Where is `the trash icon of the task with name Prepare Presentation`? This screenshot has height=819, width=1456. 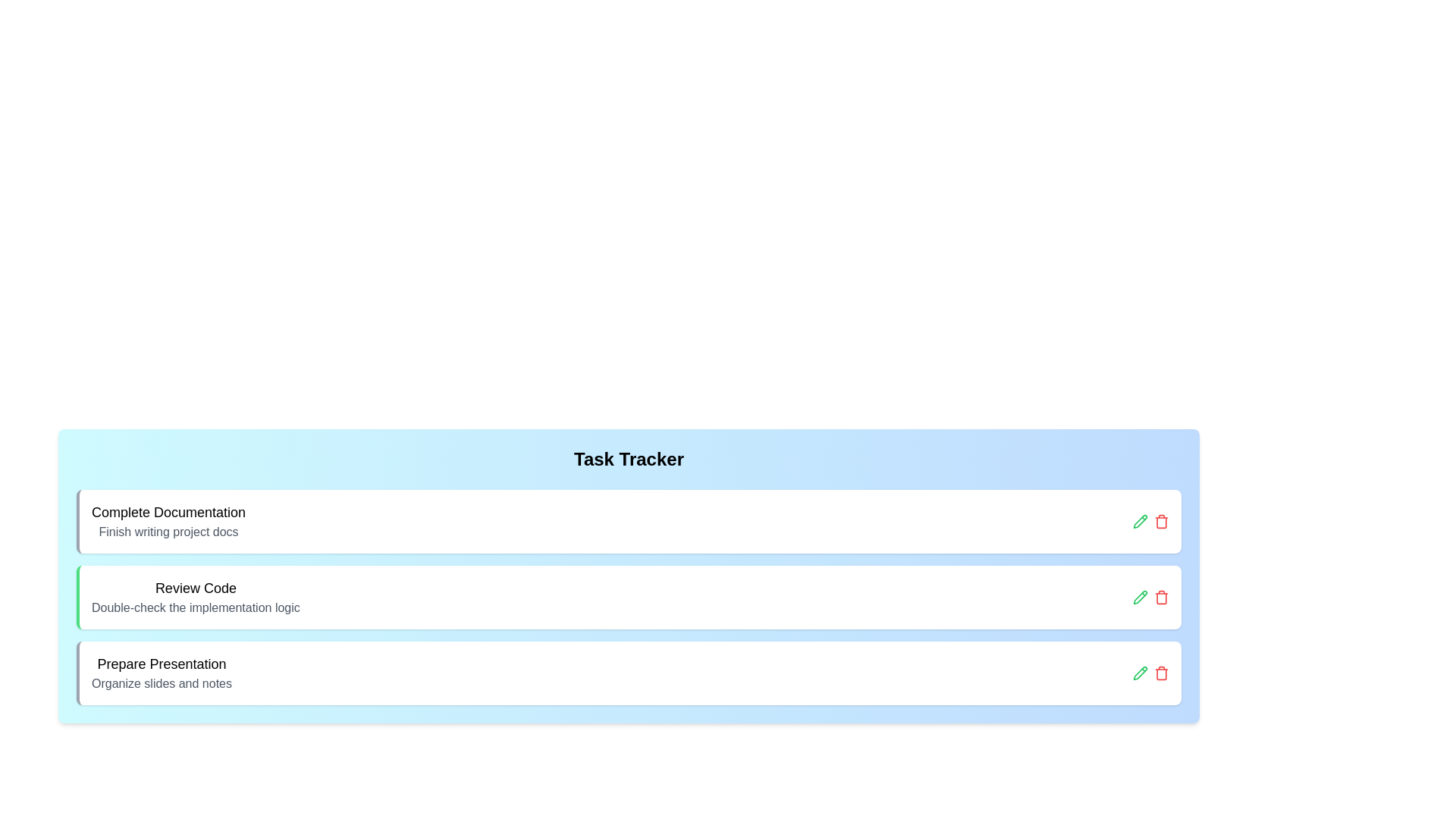 the trash icon of the task with name Prepare Presentation is located at coordinates (1160, 672).